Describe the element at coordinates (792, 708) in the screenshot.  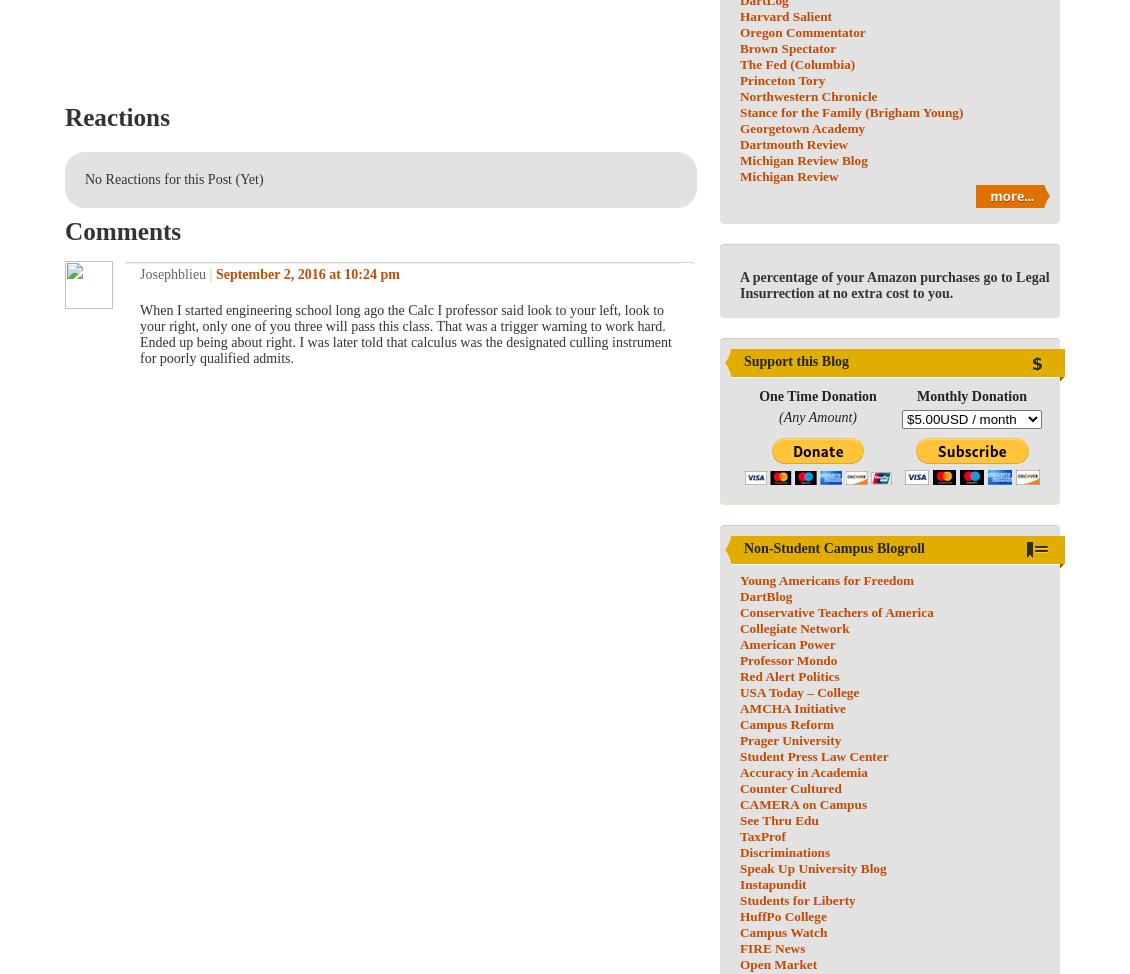
I see `'AMCHA Initiative'` at that location.